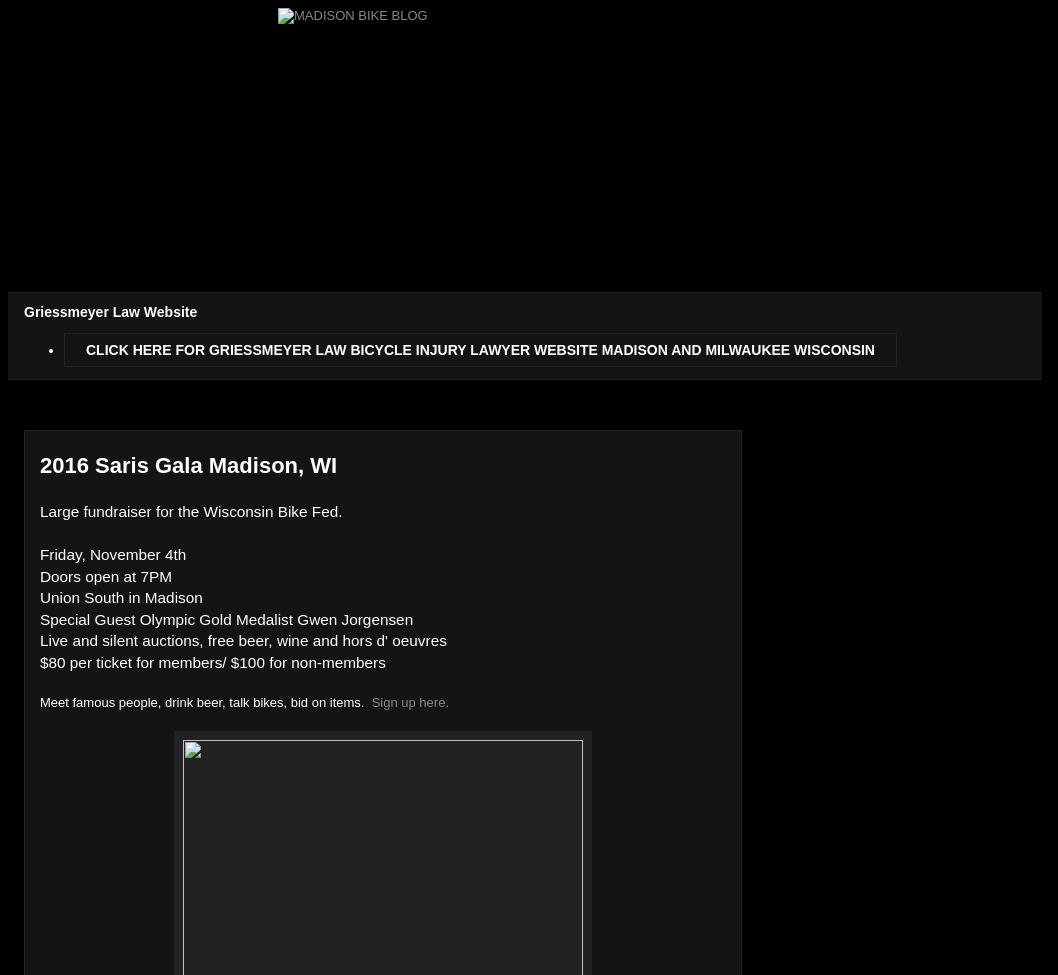  Describe the element at coordinates (111, 553) in the screenshot. I see `'Friday, November 4th'` at that location.